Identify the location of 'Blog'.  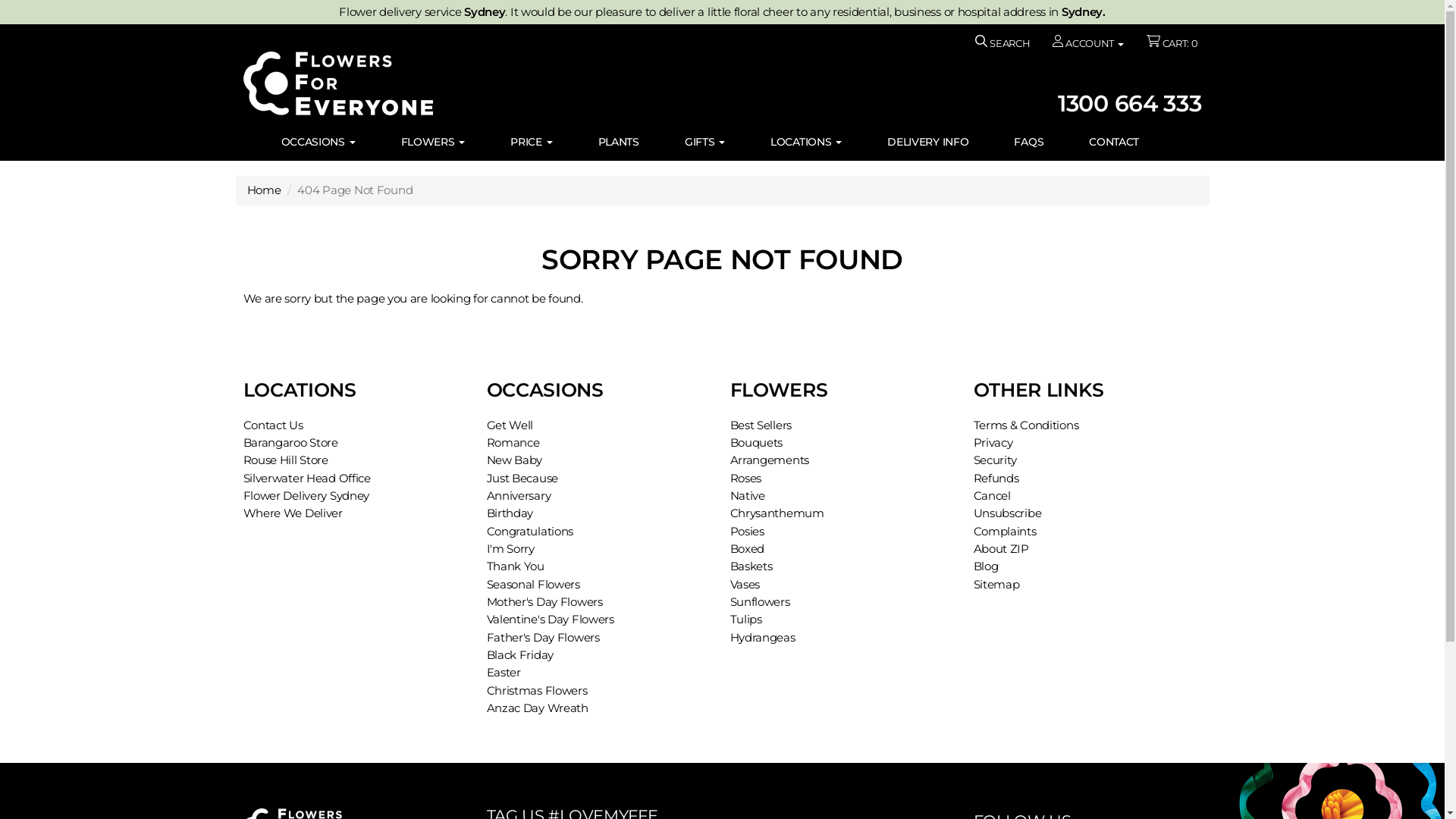
(986, 566).